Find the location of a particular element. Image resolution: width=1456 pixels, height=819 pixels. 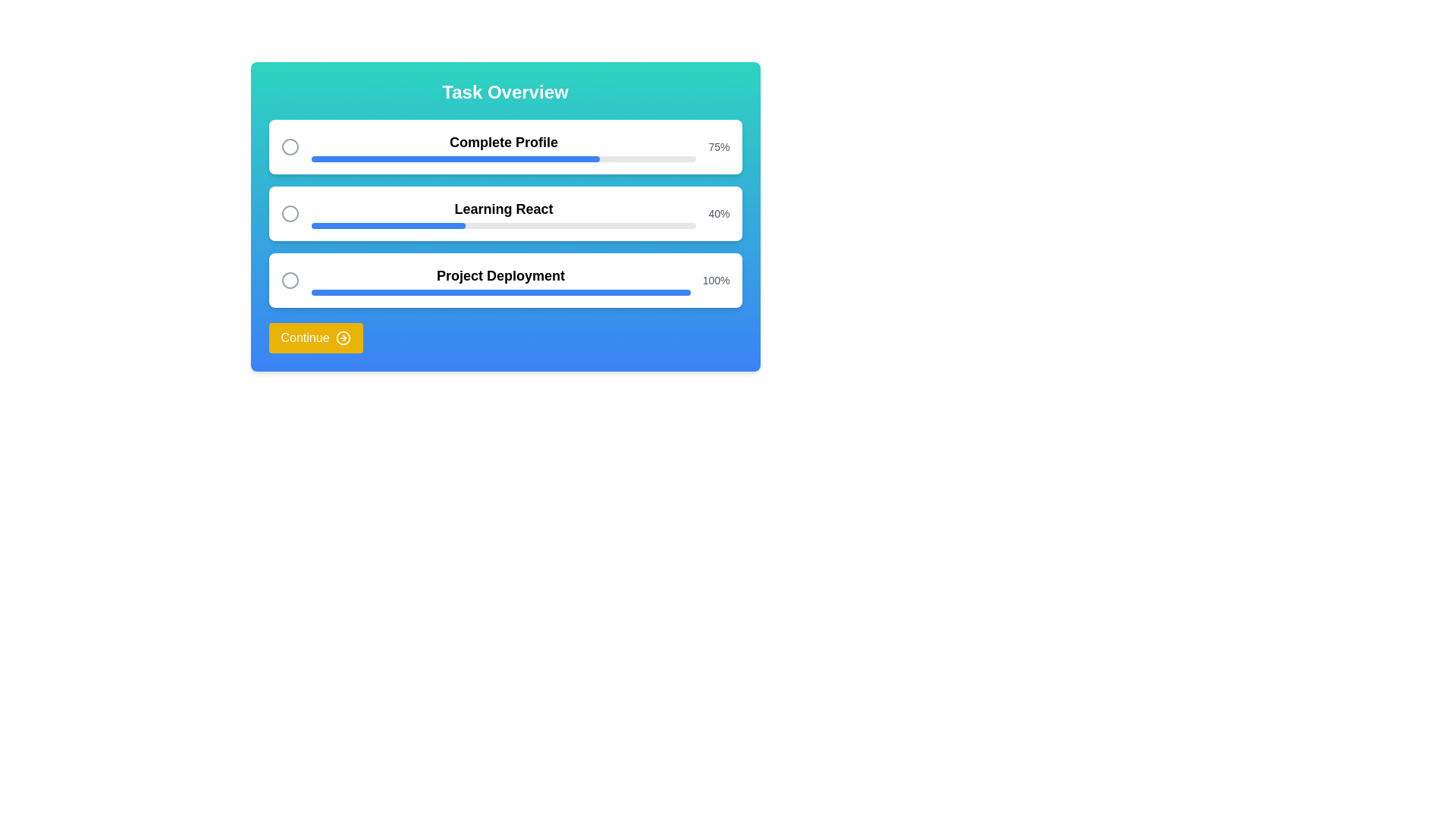

text displayed in the third card-like section of the interface, which shows the title 'Project Deployment' and is located centrally above the text indicator '100%' is located at coordinates (500, 281).